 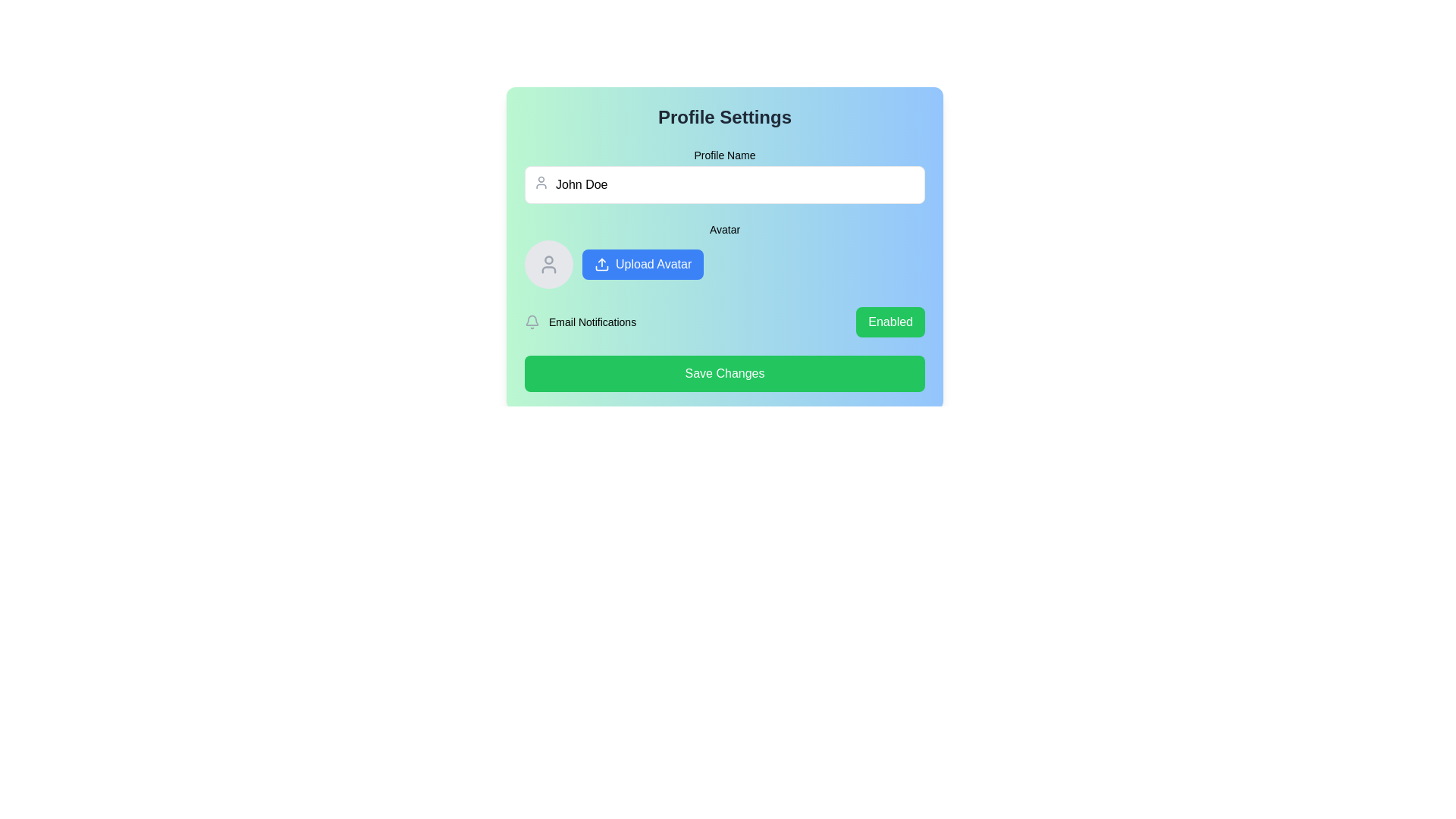 What do you see at coordinates (723, 155) in the screenshot?
I see `the text label that displays 'Profile Name', which is a medium, bold, sans-serif font located at the top of the form section` at bounding box center [723, 155].